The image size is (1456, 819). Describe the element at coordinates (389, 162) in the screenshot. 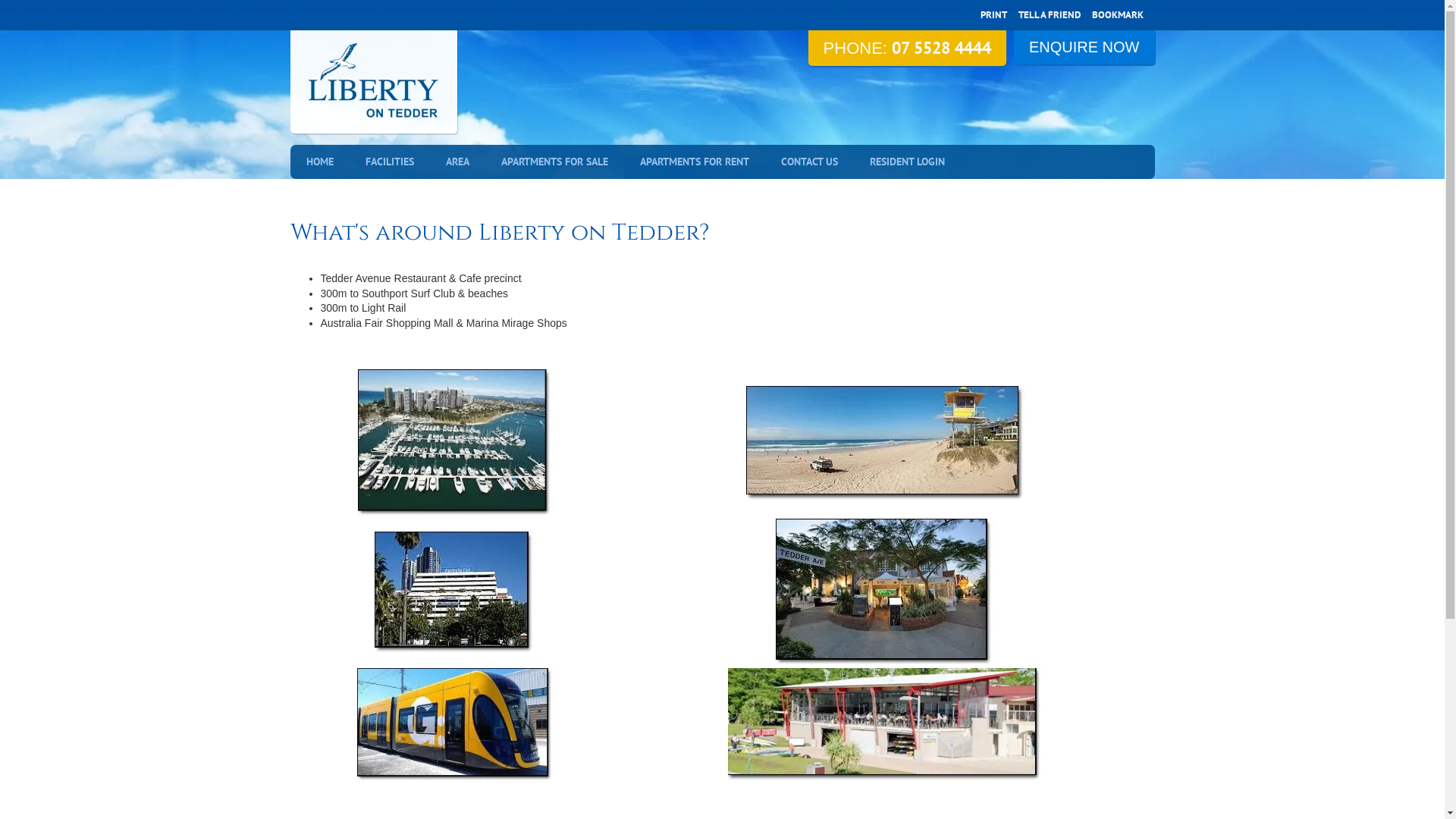

I see `'FACILITIES'` at that location.